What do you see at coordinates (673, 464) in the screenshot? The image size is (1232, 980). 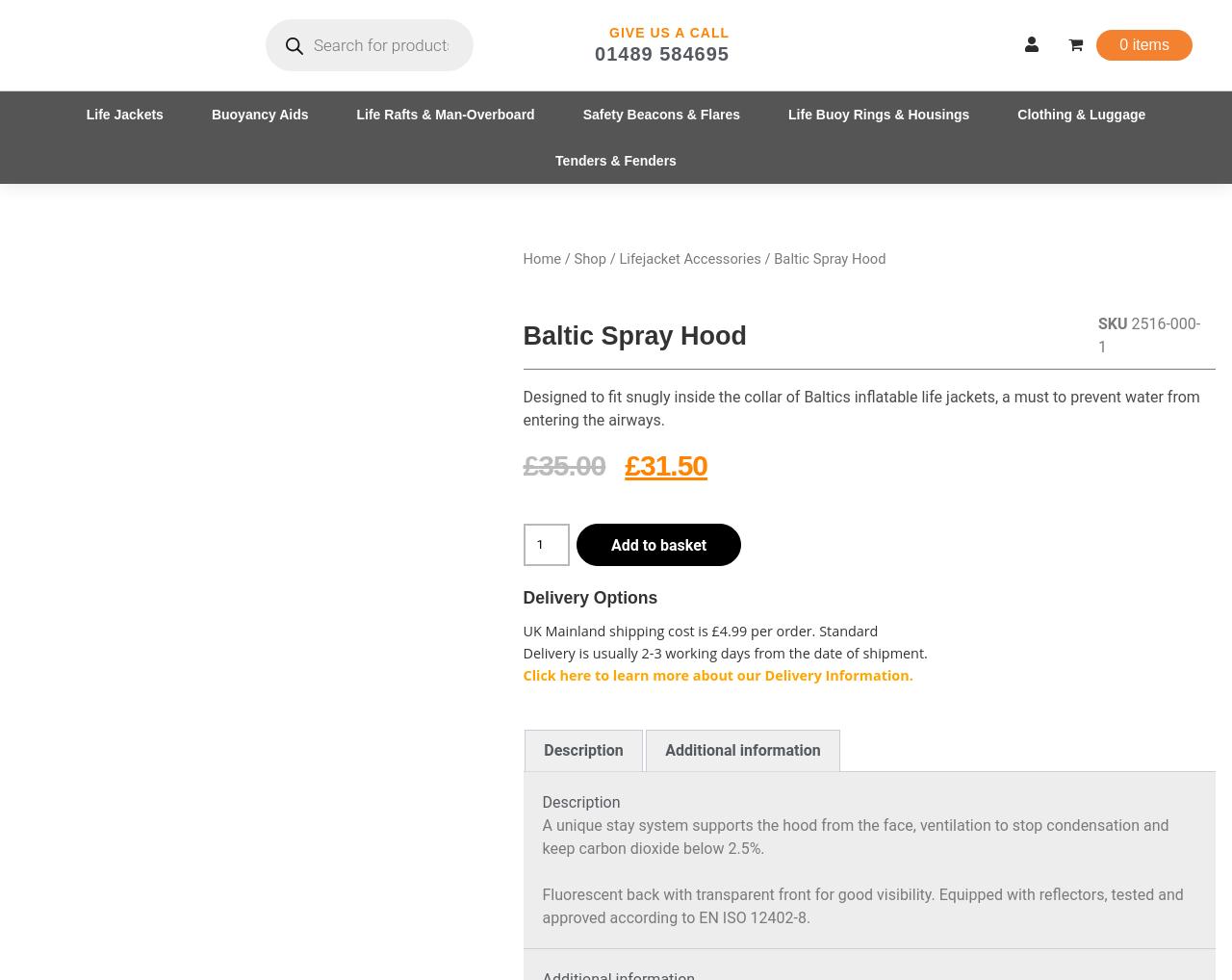 I see `'31.50'` at bounding box center [673, 464].